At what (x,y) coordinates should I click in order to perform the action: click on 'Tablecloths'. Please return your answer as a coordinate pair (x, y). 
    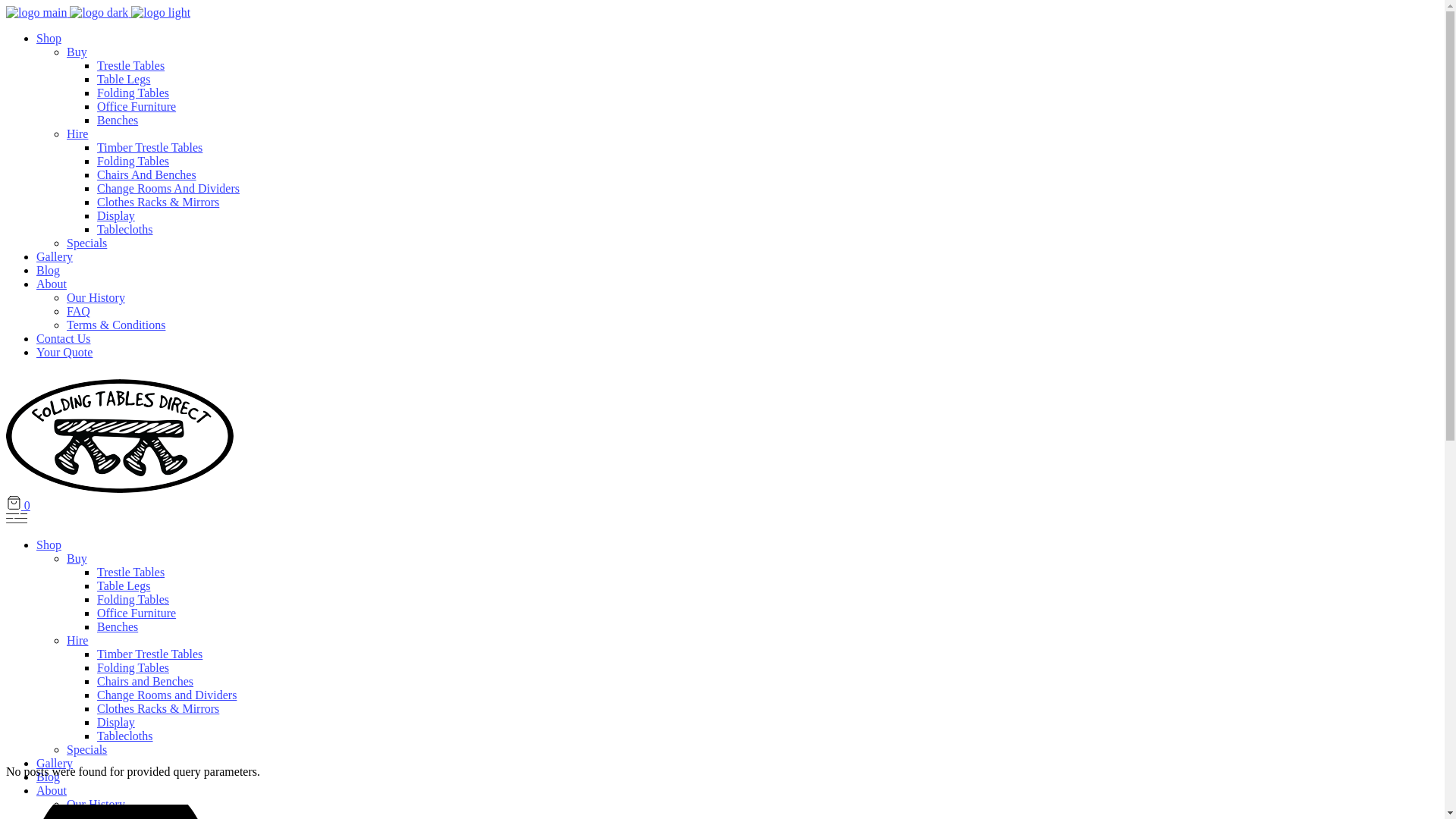
    Looking at the image, I should click on (124, 735).